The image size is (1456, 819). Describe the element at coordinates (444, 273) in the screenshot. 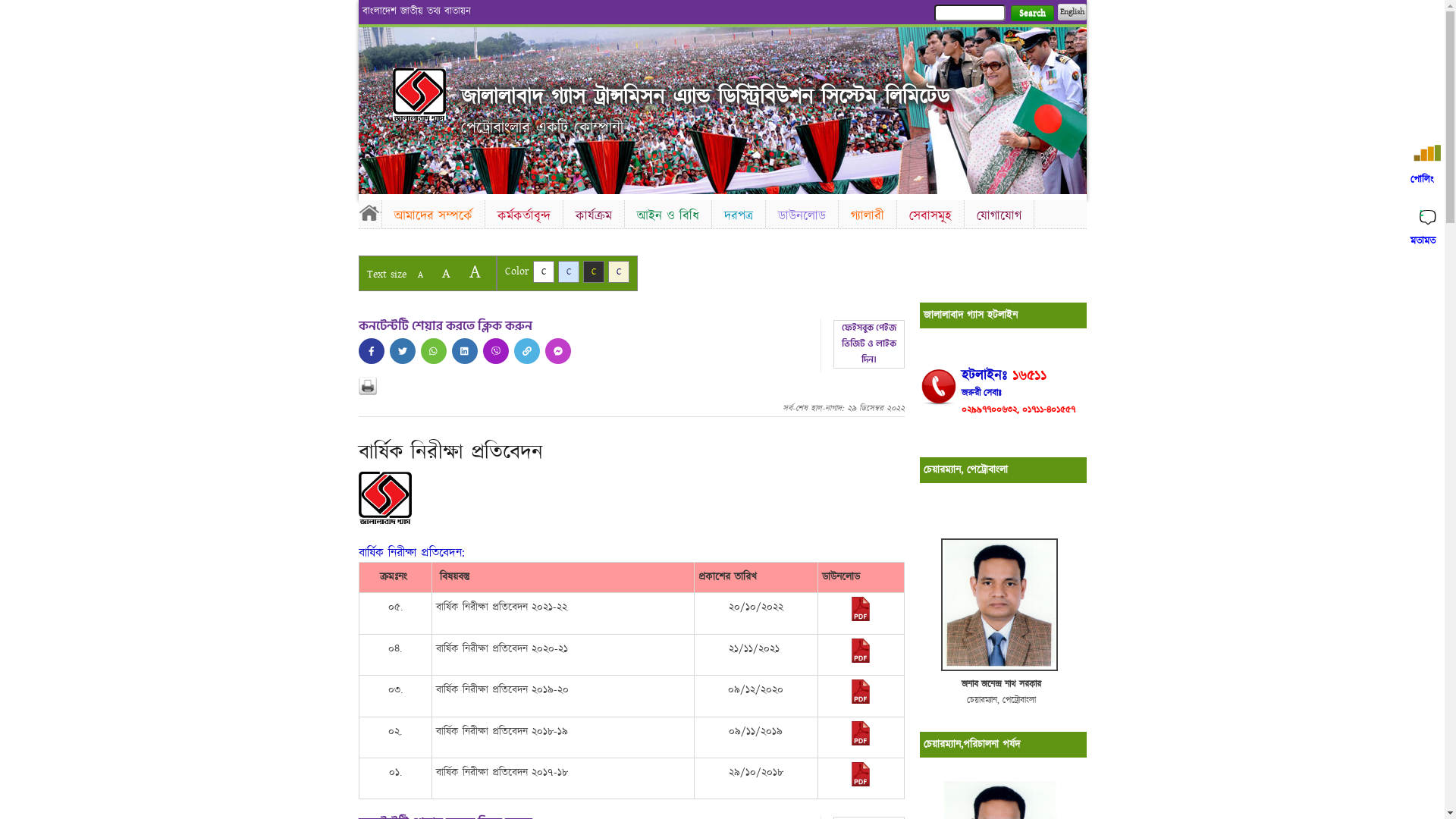

I see `'A'` at that location.